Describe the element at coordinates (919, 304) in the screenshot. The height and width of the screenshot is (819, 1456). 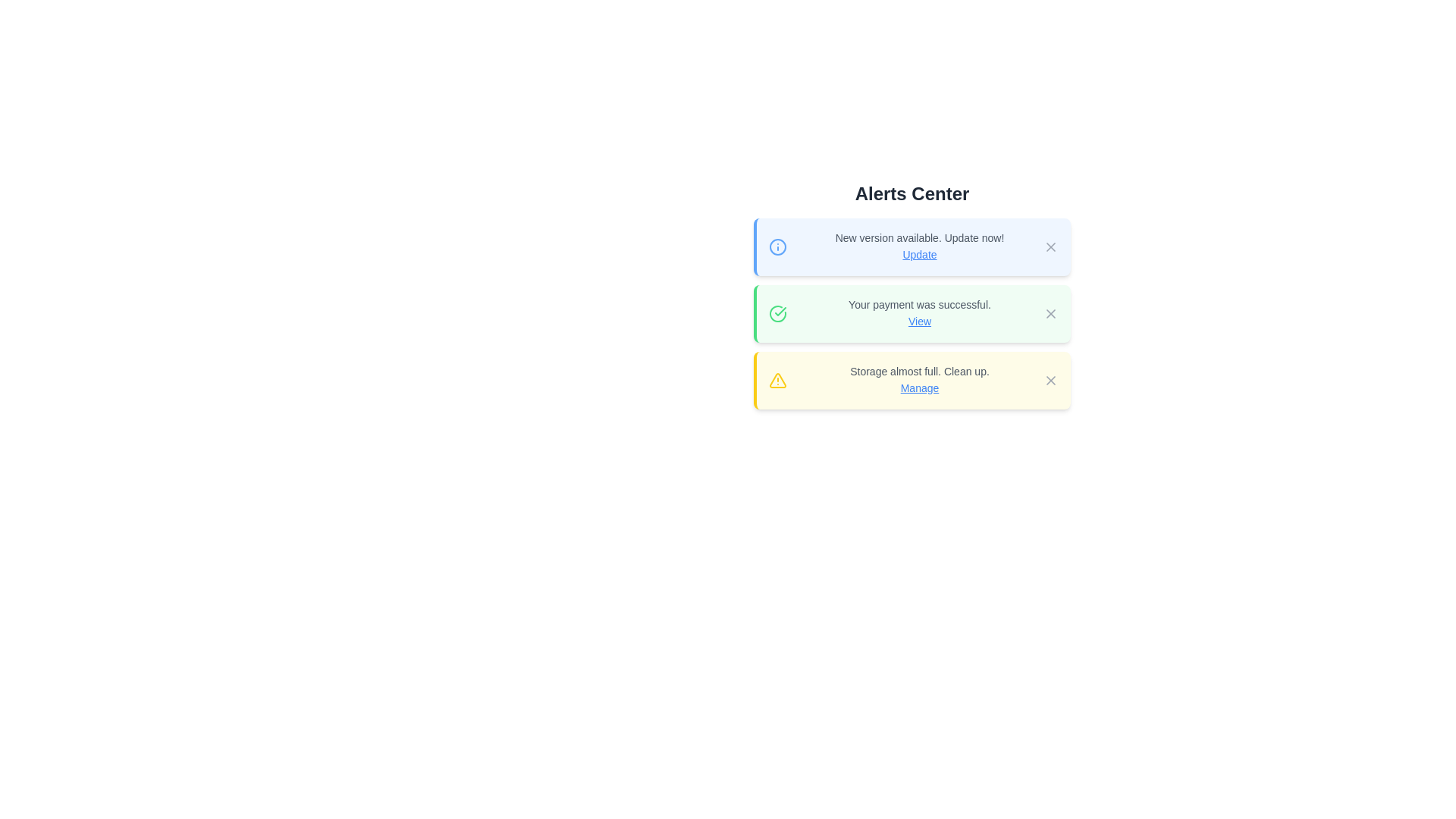
I see `the text label displaying 'Your payment was successful.' in the Alerts Center section, which is part of the second alert item on a light green background` at that location.